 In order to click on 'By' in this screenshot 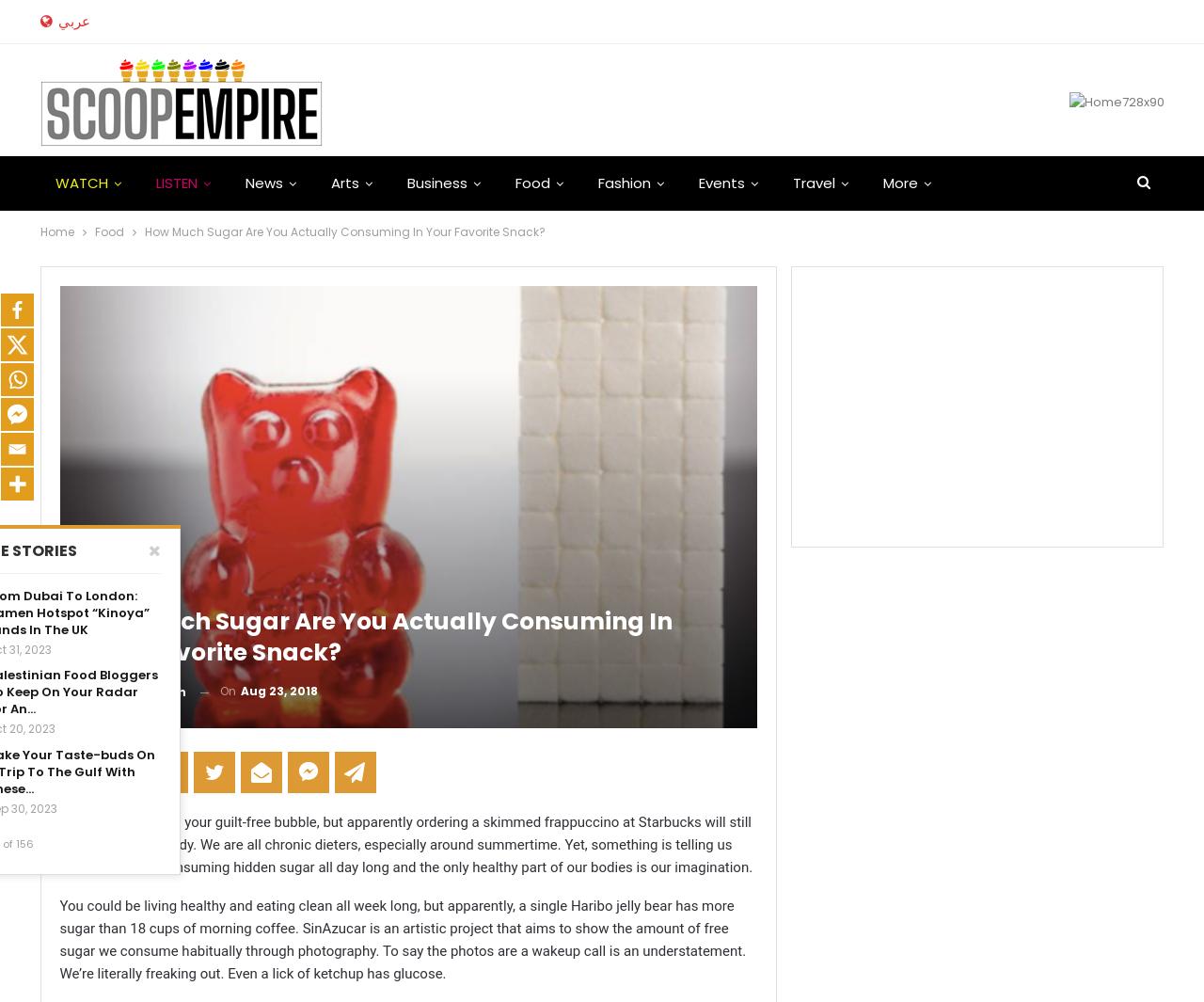, I will do `click(82, 692)`.